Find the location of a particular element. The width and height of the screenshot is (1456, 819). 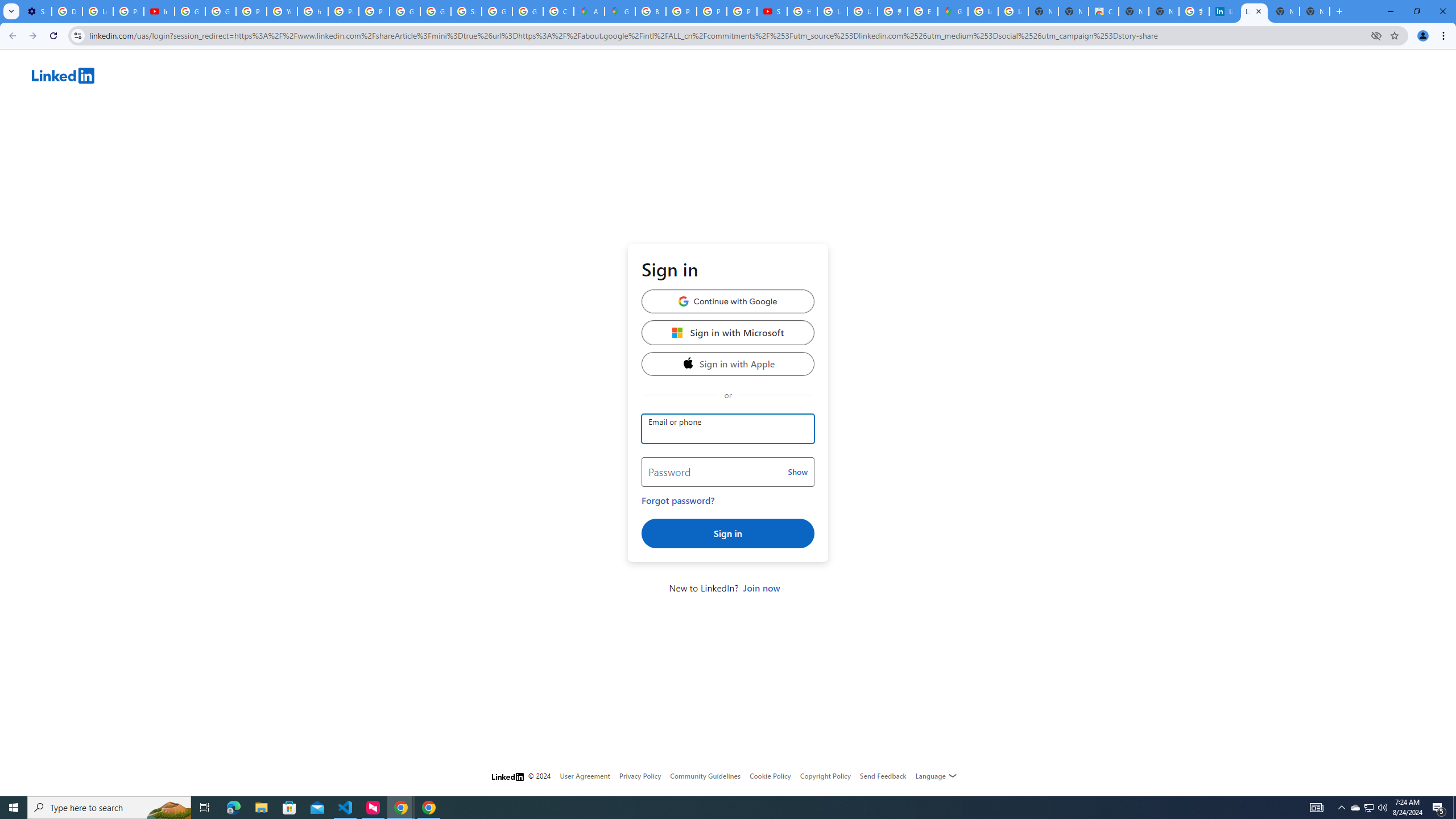

'Explore new street-level details - Google Maps Help' is located at coordinates (923, 11).